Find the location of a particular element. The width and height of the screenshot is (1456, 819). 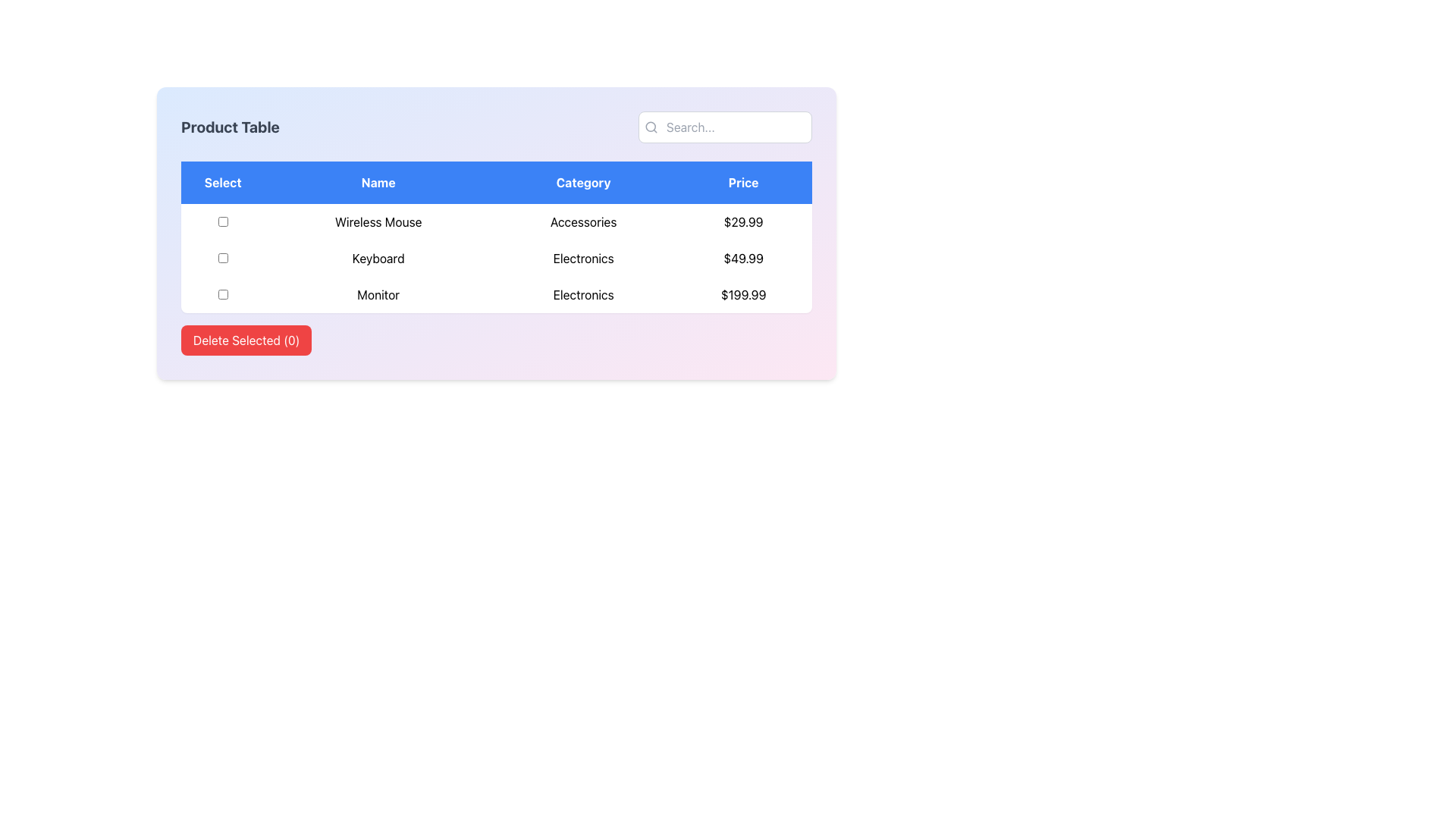

the third row in the product table, which contains product data including a name, category, price, and a selectable checkbox, to possibly trigger related actions is located at coordinates (496, 295).